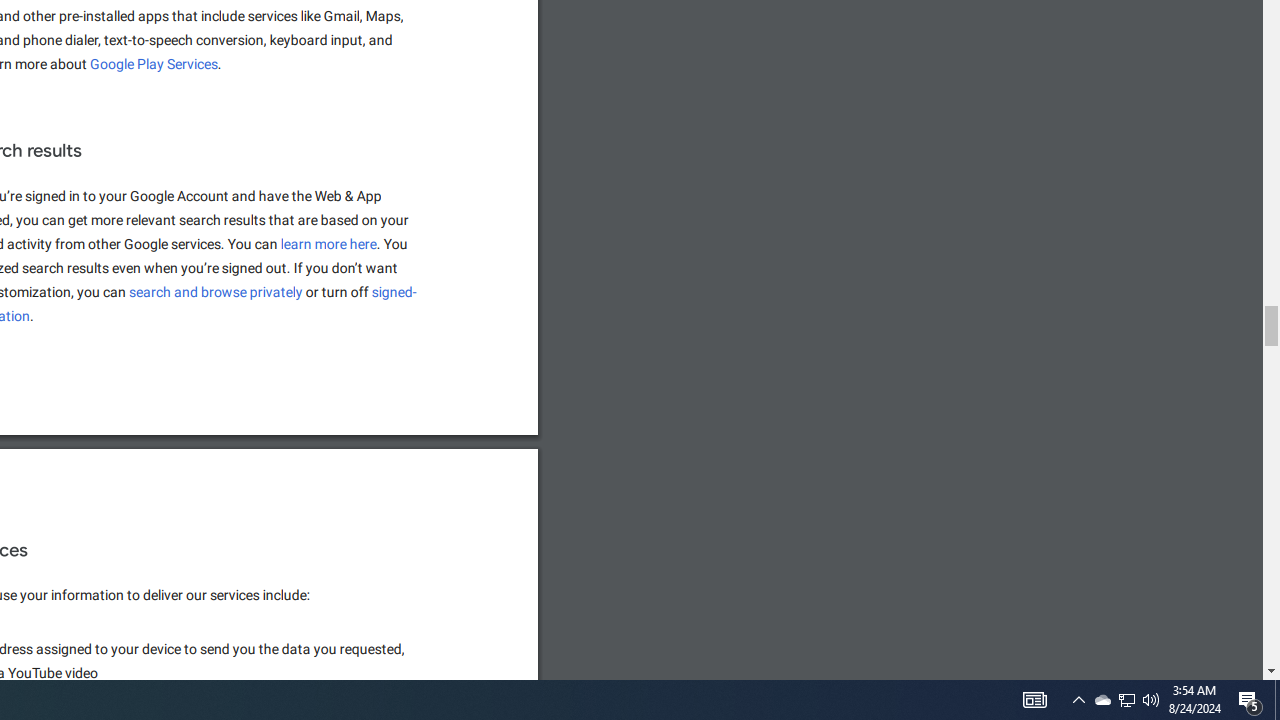 The image size is (1280, 720). What do you see at coordinates (216, 292) in the screenshot?
I see `'search and browse privately'` at bounding box center [216, 292].